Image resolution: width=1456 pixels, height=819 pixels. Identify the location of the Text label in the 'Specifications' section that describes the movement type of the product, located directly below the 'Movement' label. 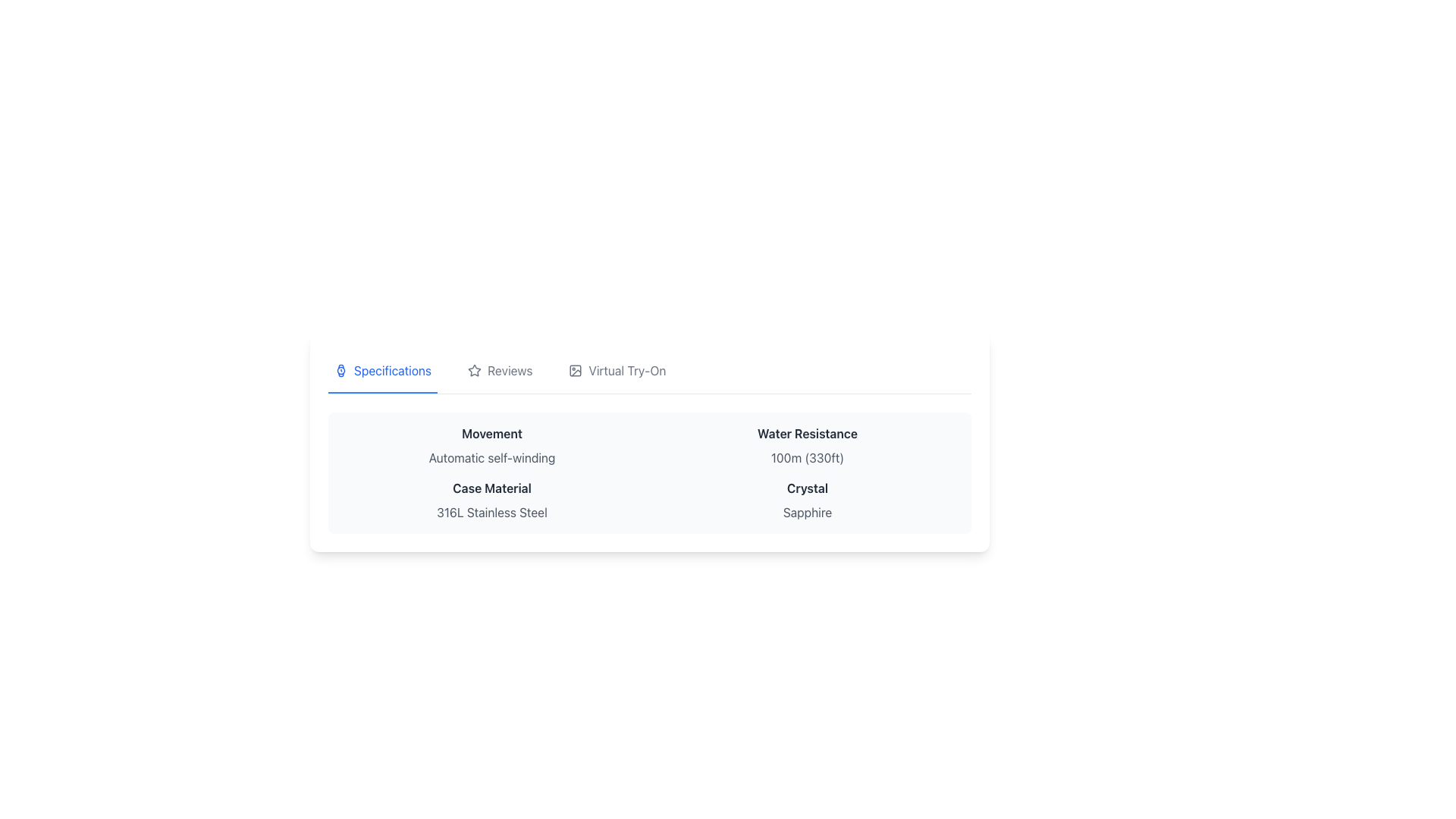
(491, 457).